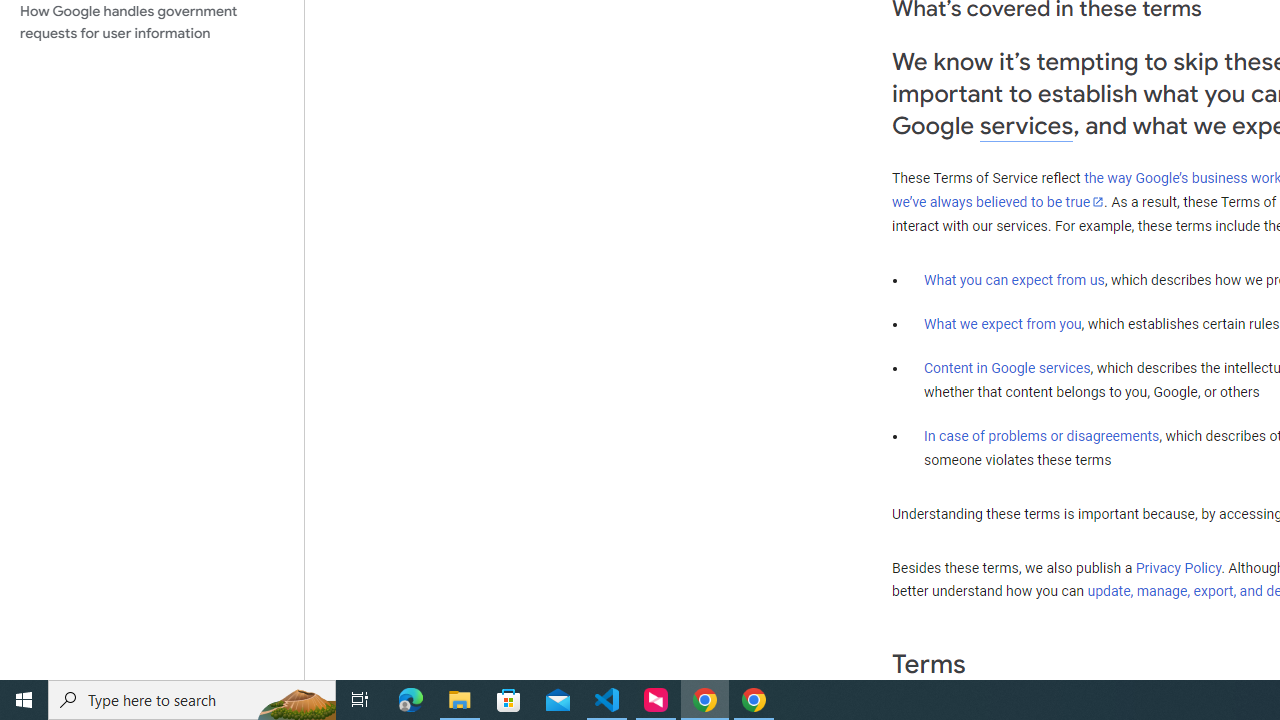 This screenshot has width=1280, height=720. Describe the element at coordinates (1014, 279) in the screenshot. I see `'What you can expect from us'` at that location.